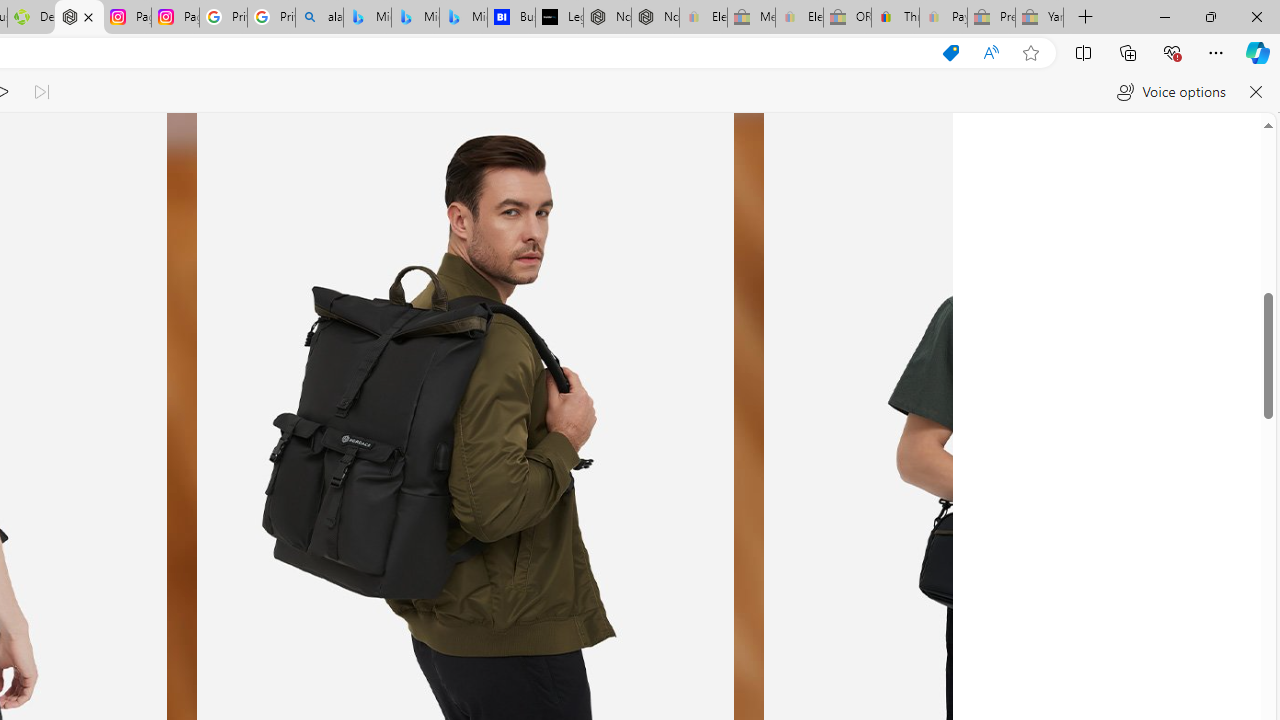  I want to click on 'Microsoft Bing Travel - Flights from Hong Kong to Bangkok', so click(367, 17).